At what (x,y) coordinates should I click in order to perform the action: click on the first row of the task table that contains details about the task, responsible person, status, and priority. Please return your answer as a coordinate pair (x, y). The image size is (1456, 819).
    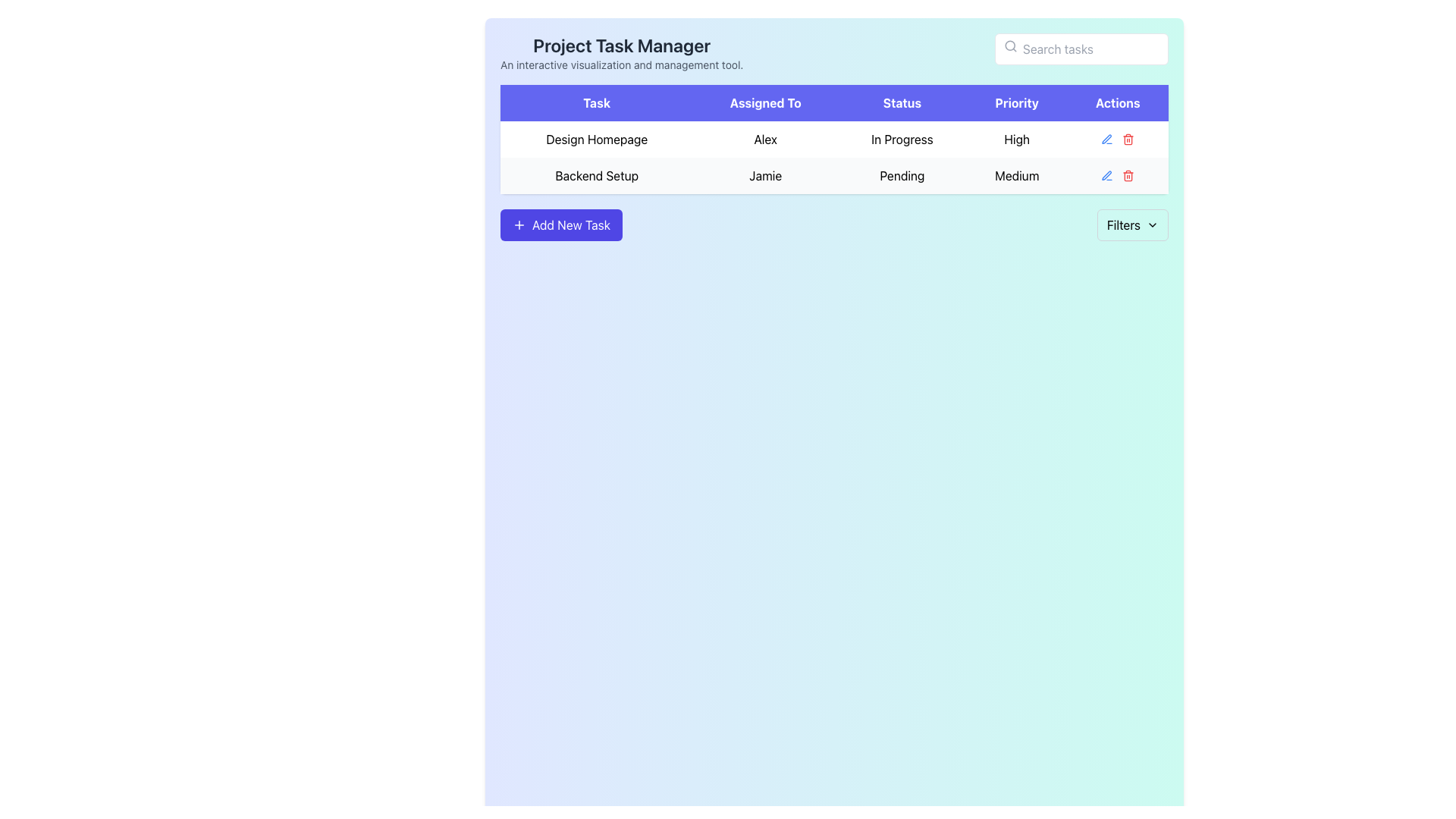
    Looking at the image, I should click on (833, 158).